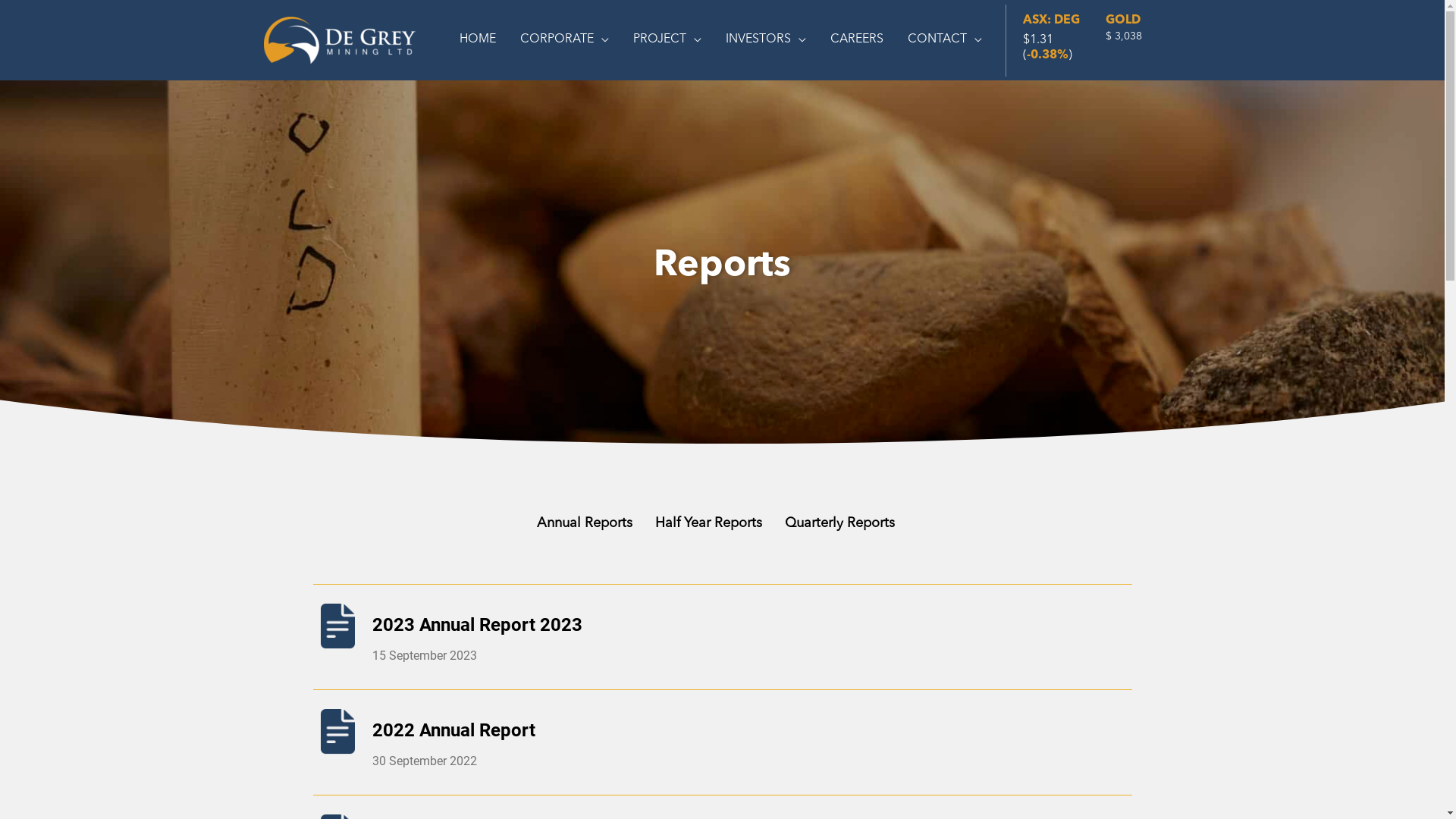 This screenshot has width=1456, height=819. What do you see at coordinates (508, 39) in the screenshot?
I see `'CORPORATE'` at bounding box center [508, 39].